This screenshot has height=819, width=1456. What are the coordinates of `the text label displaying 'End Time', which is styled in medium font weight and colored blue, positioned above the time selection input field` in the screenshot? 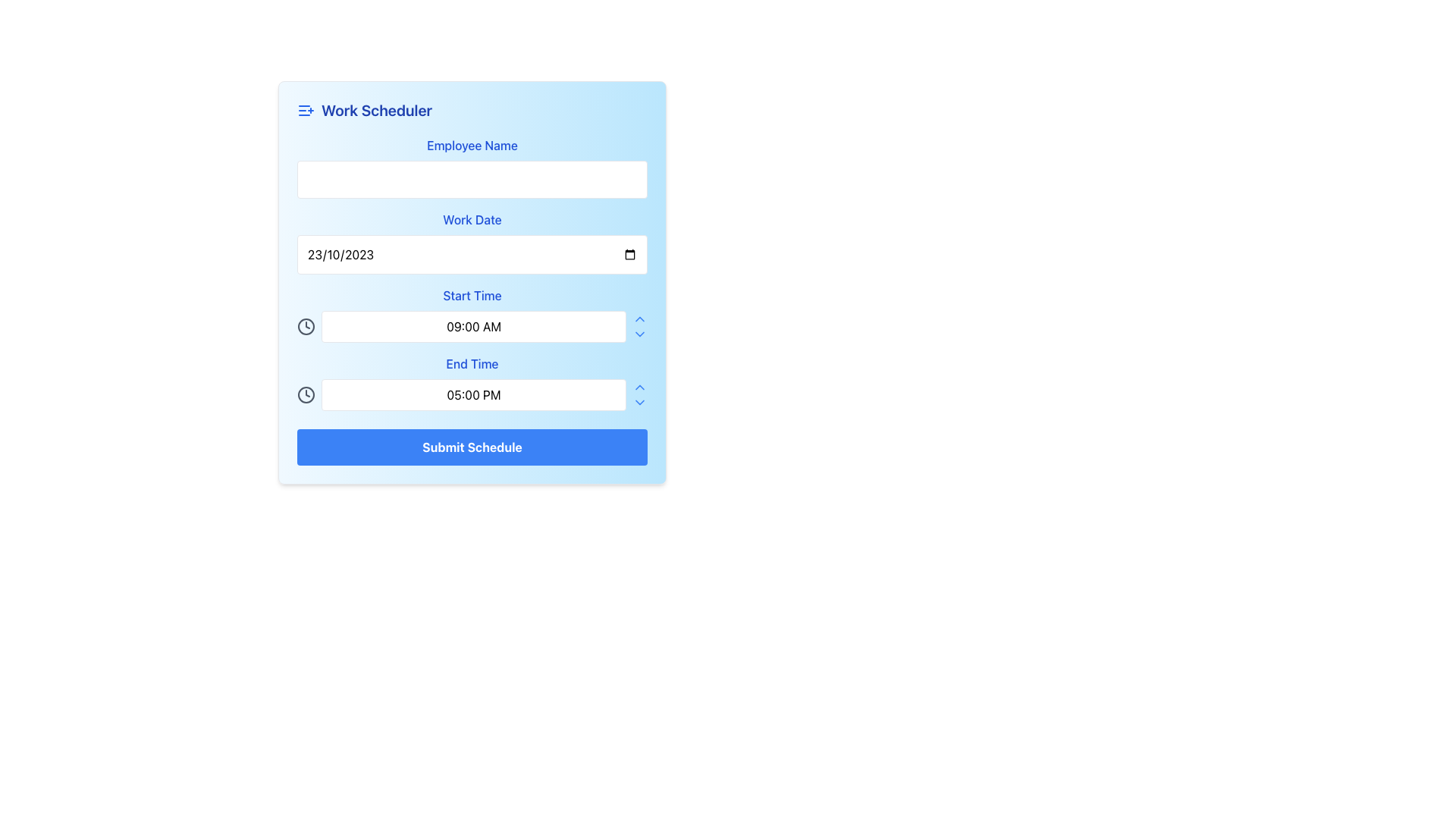 It's located at (472, 363).